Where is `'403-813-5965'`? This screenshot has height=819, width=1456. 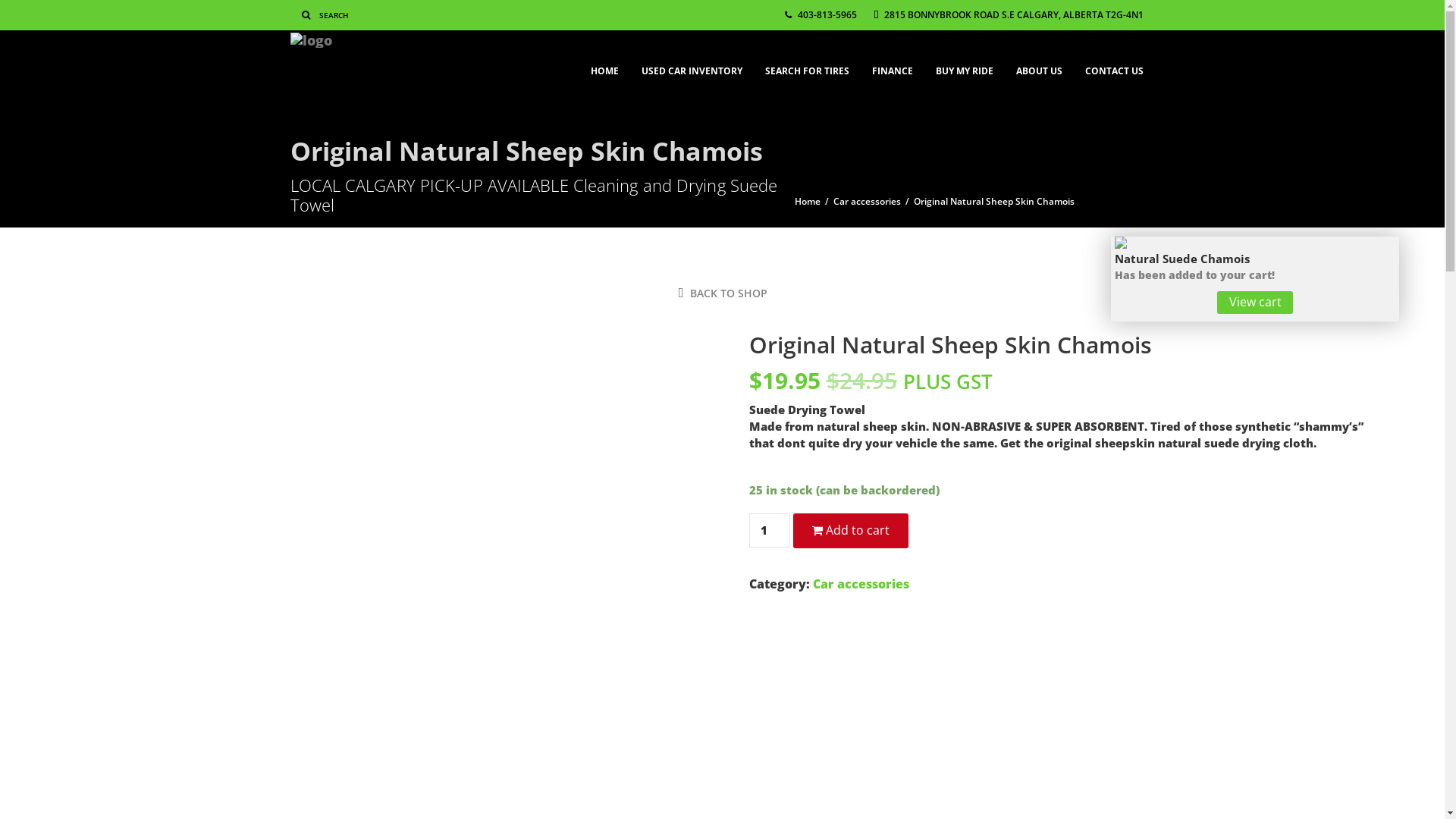 '403-813-5965' is located at coordinates (819, 14).